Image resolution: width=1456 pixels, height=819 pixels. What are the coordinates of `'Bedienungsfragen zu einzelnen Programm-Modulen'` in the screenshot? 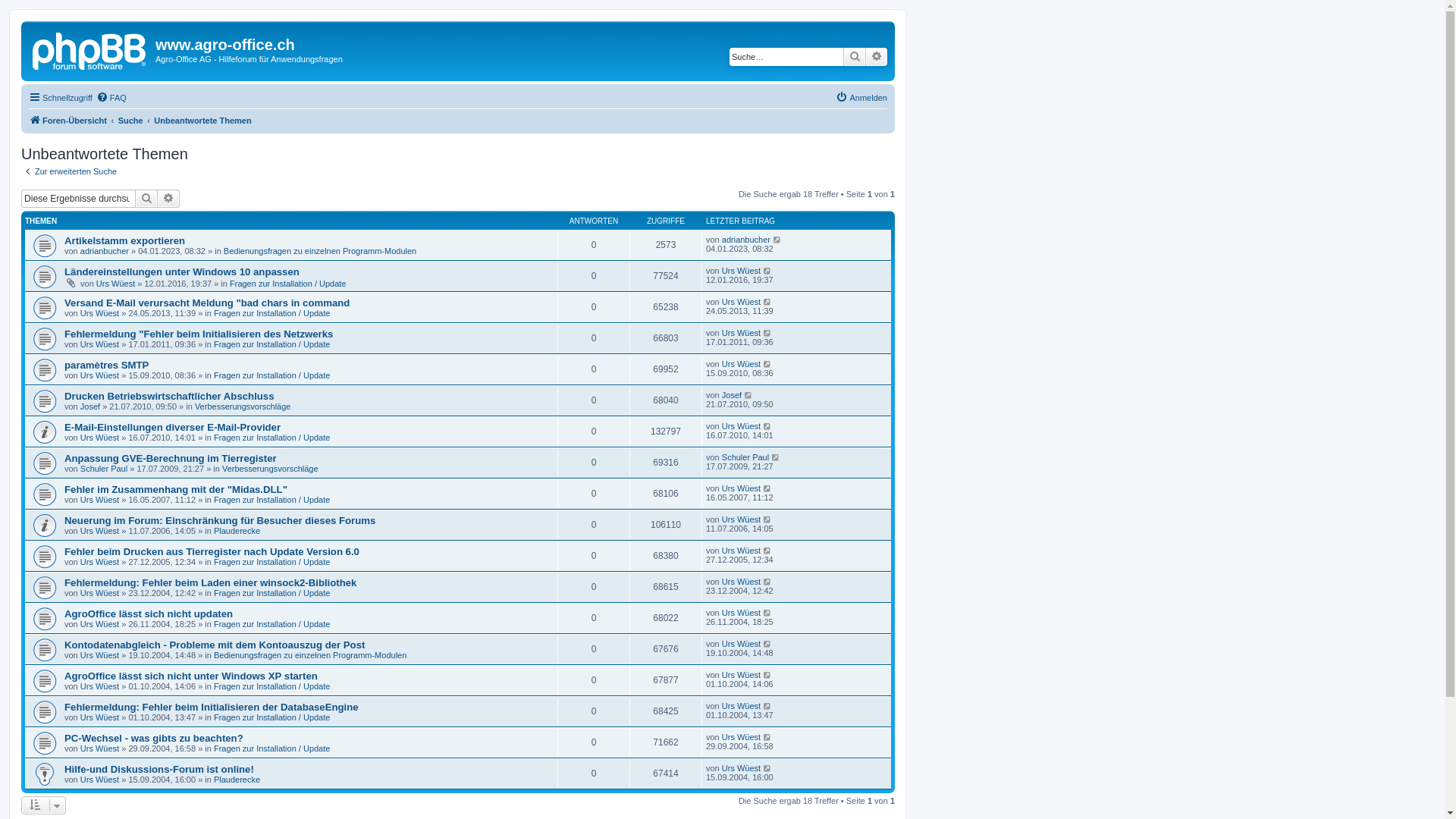 It's located at (222, 250).